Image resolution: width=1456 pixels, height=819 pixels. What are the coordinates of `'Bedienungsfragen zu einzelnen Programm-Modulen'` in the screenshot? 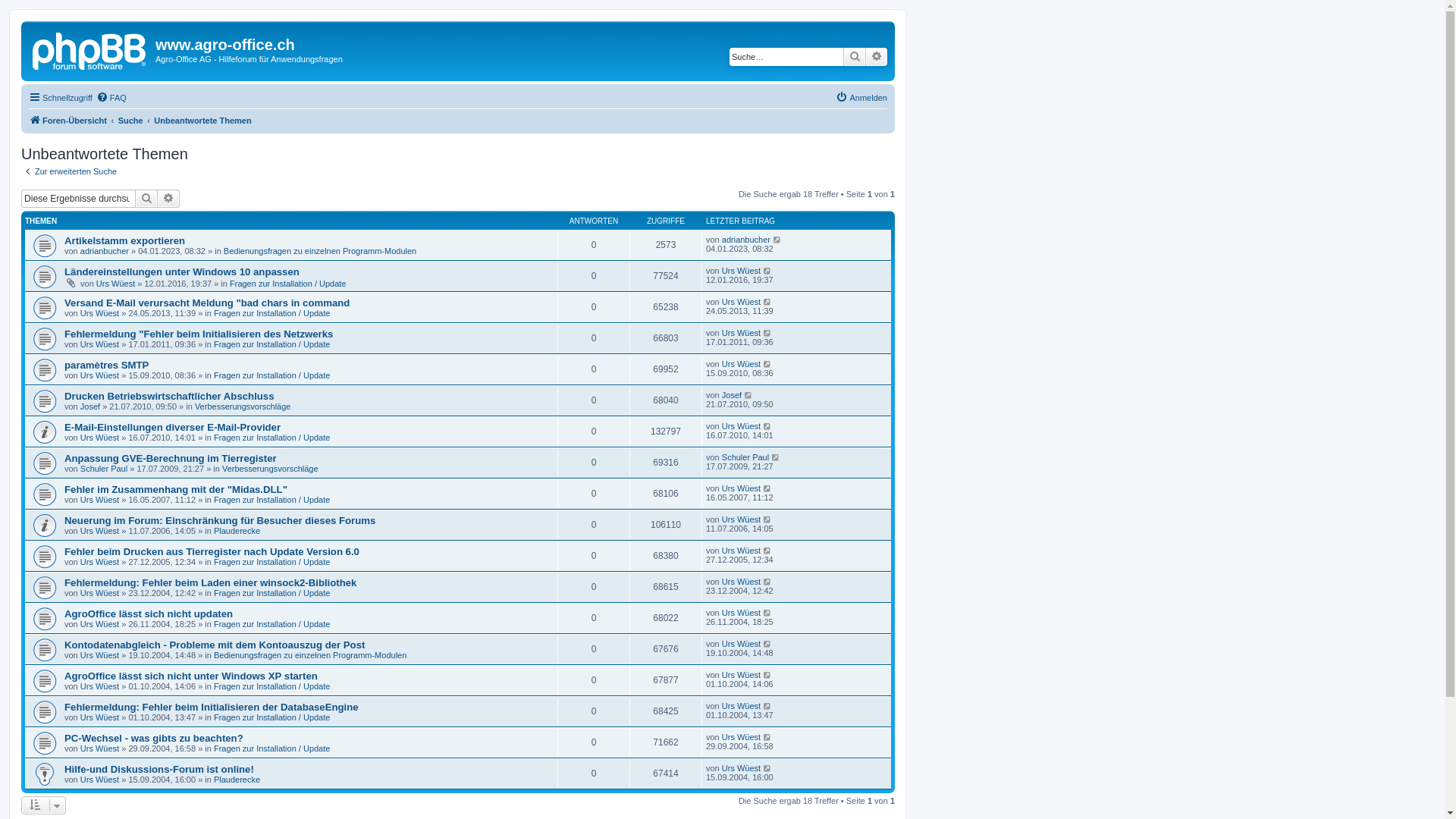 It's located at (222, 250).